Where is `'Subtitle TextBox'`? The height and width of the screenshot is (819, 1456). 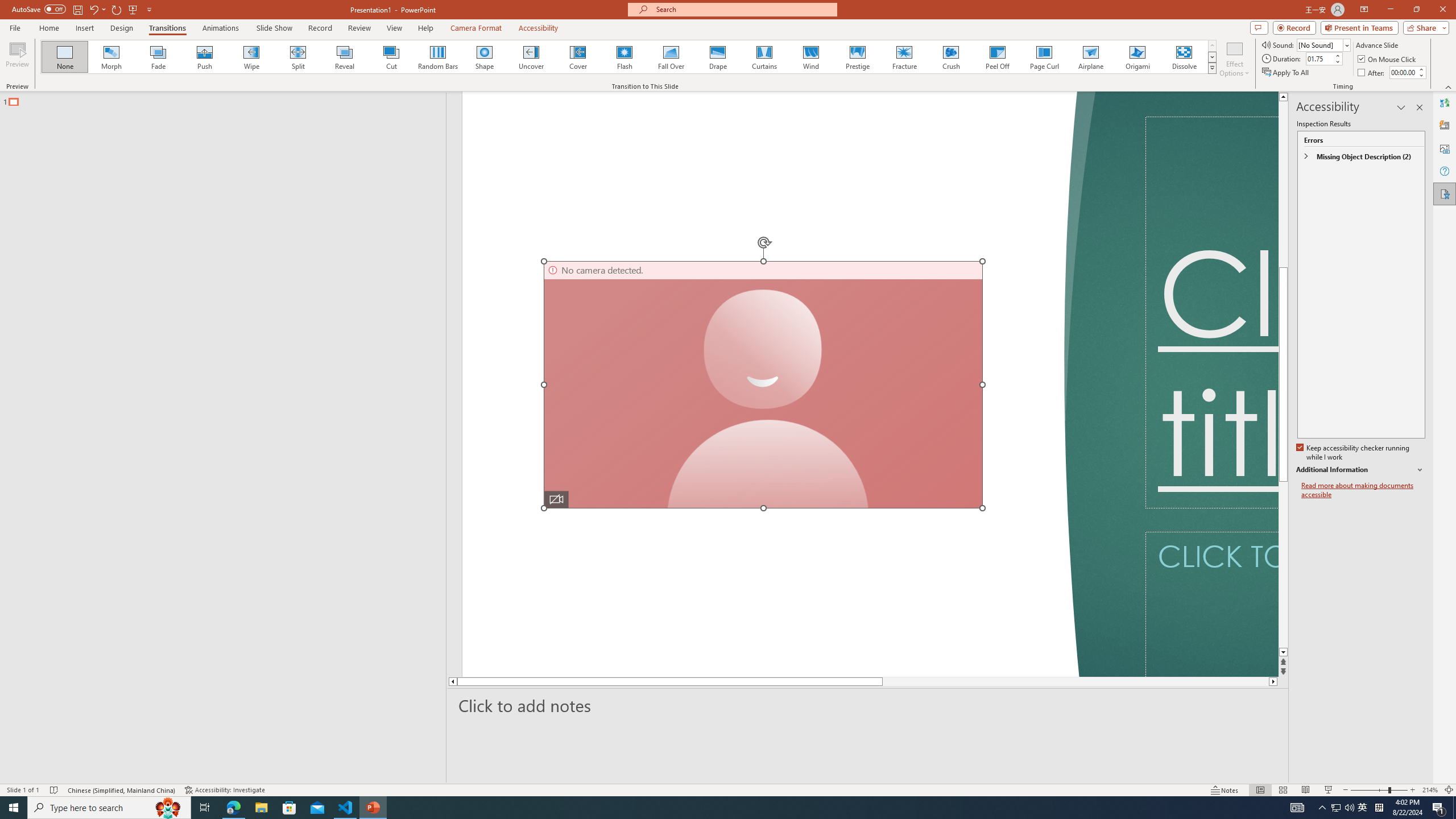
'Subtitle TextBox' is located at coordinates (1212, 603).